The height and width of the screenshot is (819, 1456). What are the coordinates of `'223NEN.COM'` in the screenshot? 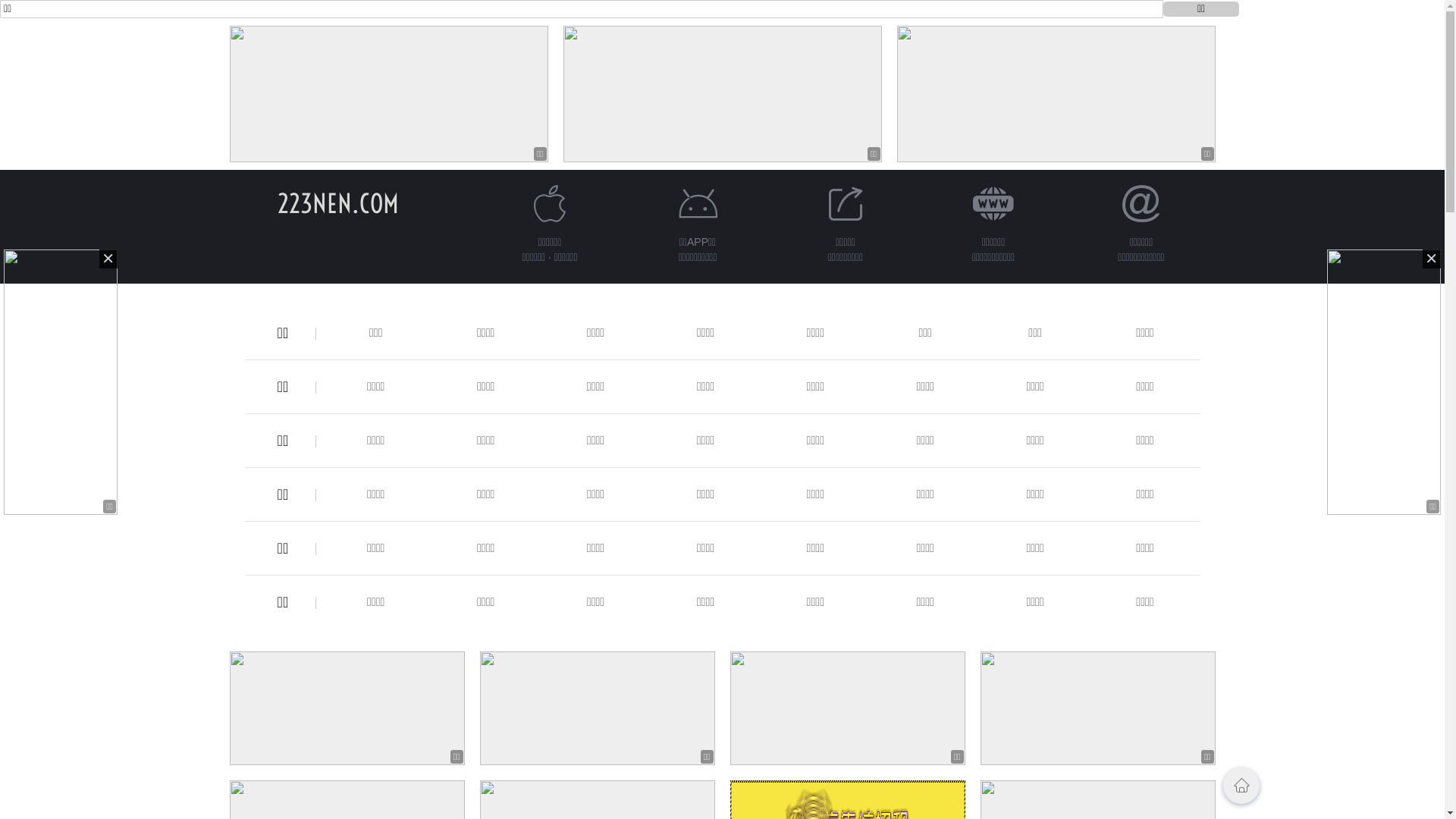 It's located at (337, 202).